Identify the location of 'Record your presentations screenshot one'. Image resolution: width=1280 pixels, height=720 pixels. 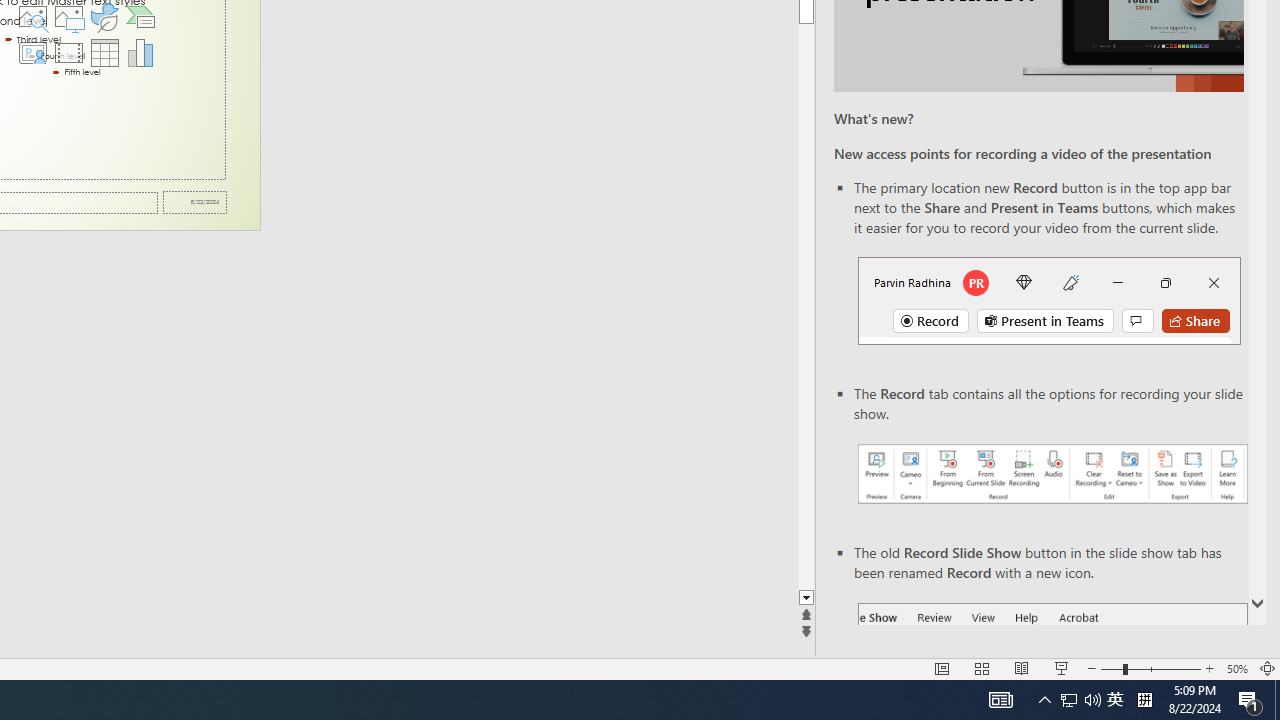
(1051, 474).